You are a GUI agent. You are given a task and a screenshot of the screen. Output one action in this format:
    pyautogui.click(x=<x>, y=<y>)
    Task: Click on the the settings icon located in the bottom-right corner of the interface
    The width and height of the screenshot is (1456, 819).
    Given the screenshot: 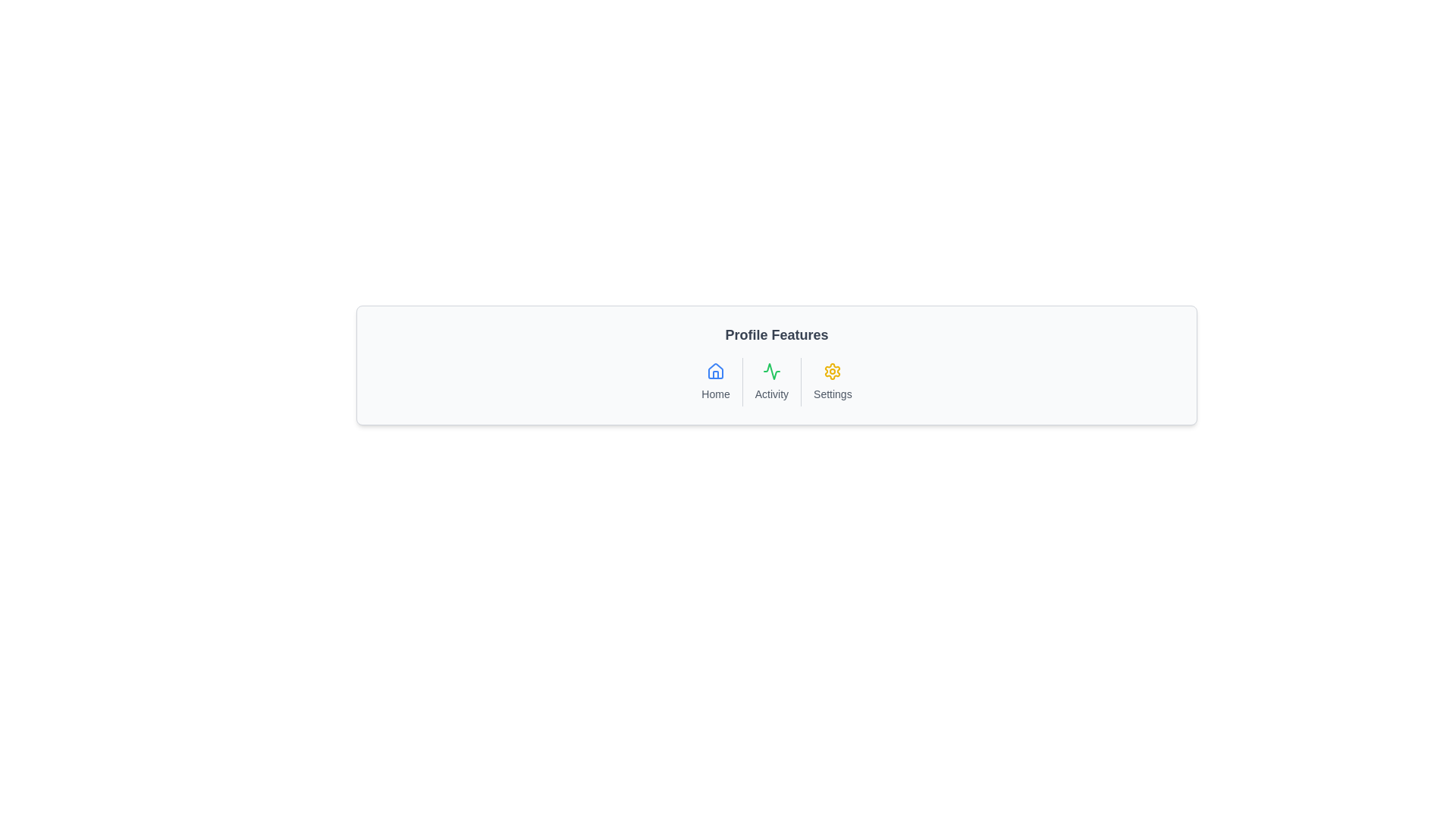 What is the action you would take?
    pyautogui.click(x=832, y=381)
    